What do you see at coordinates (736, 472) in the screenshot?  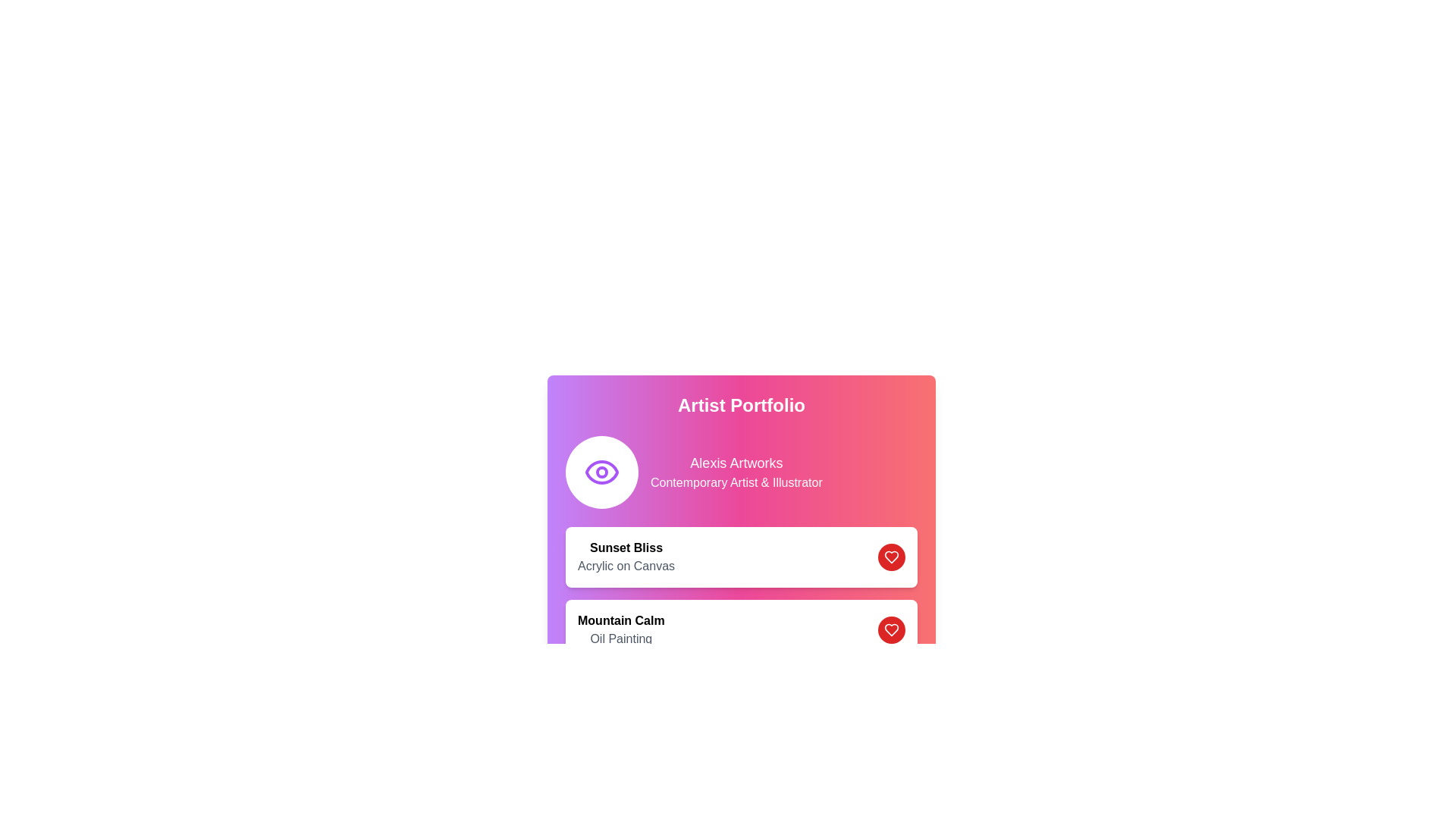 I see `text from the text block labeled 'Alexis Artworks' which is displayed in white on a gradient pink-to-purple background, located in the upper section of a card-like layout` at bounding box center [736, 472].